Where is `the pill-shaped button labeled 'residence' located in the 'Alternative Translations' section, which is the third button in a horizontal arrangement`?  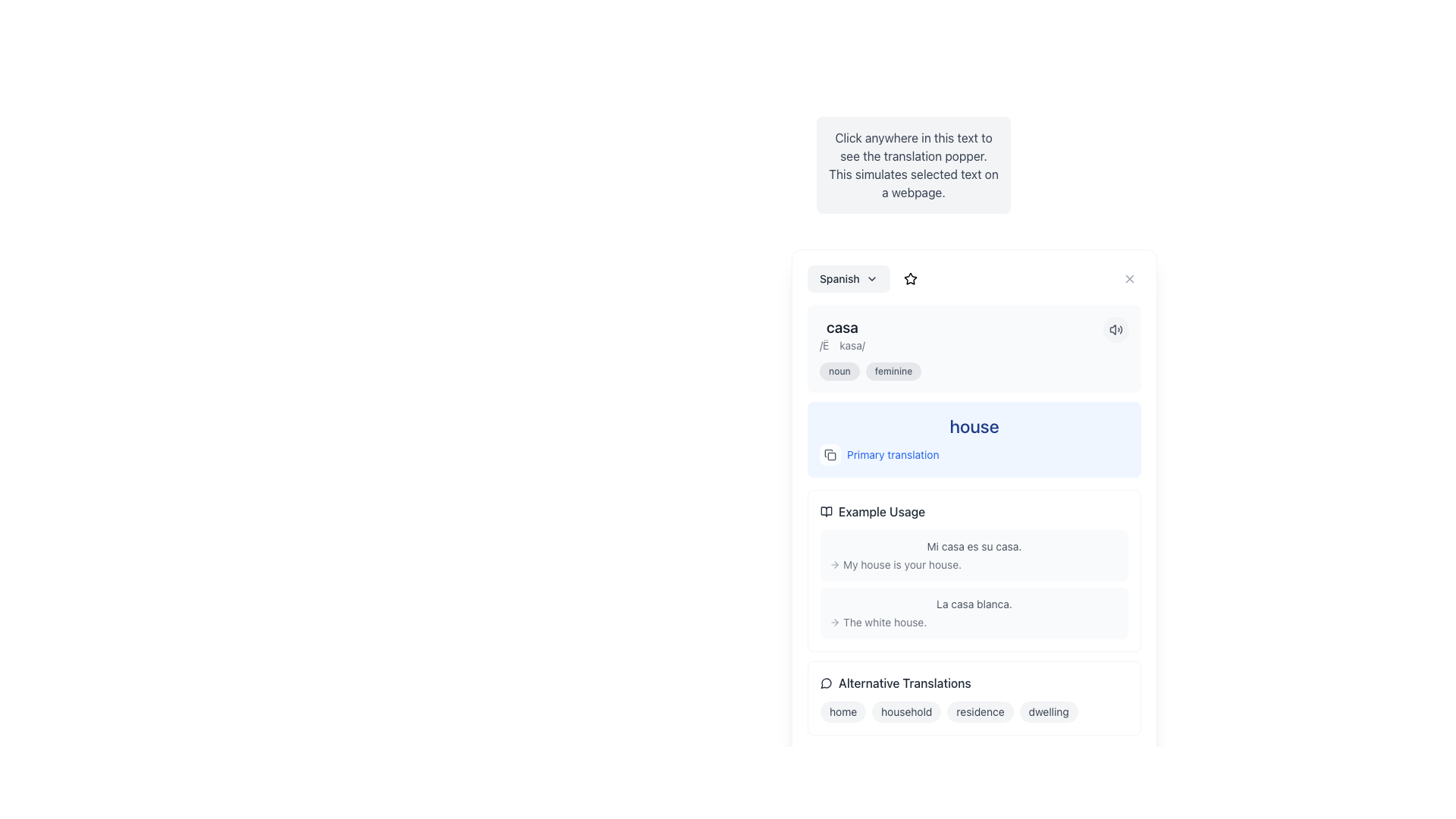
the pill-shaped button labeled 'residence' located in the 'Alternative Translations' section, which is the third button in a horizontal arrangement is located at coordinates (980, 711).